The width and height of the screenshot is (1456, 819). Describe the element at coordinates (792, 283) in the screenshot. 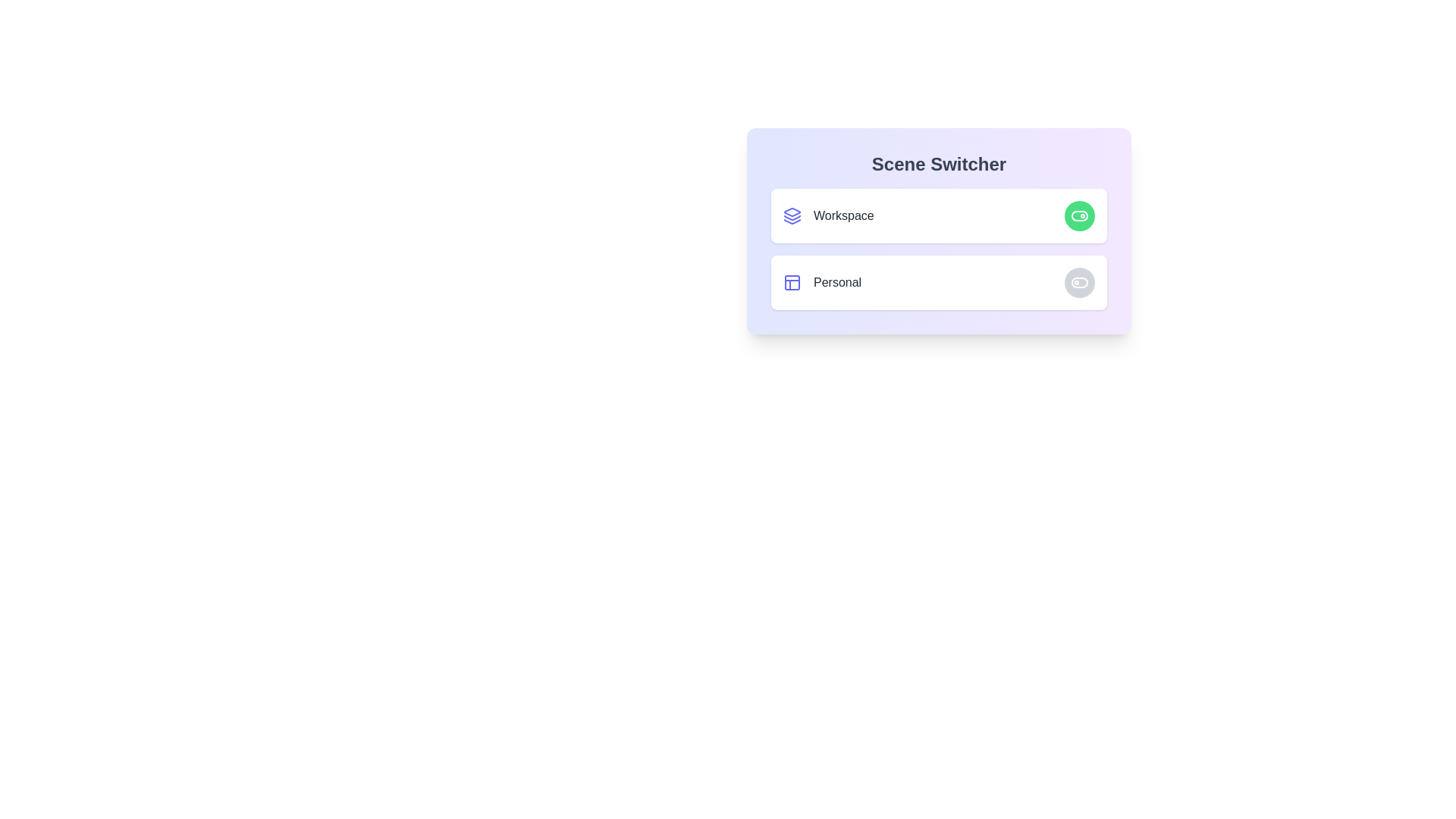

I see `the small rectangular shape with rounded corners within the SVG illustration` at that location.